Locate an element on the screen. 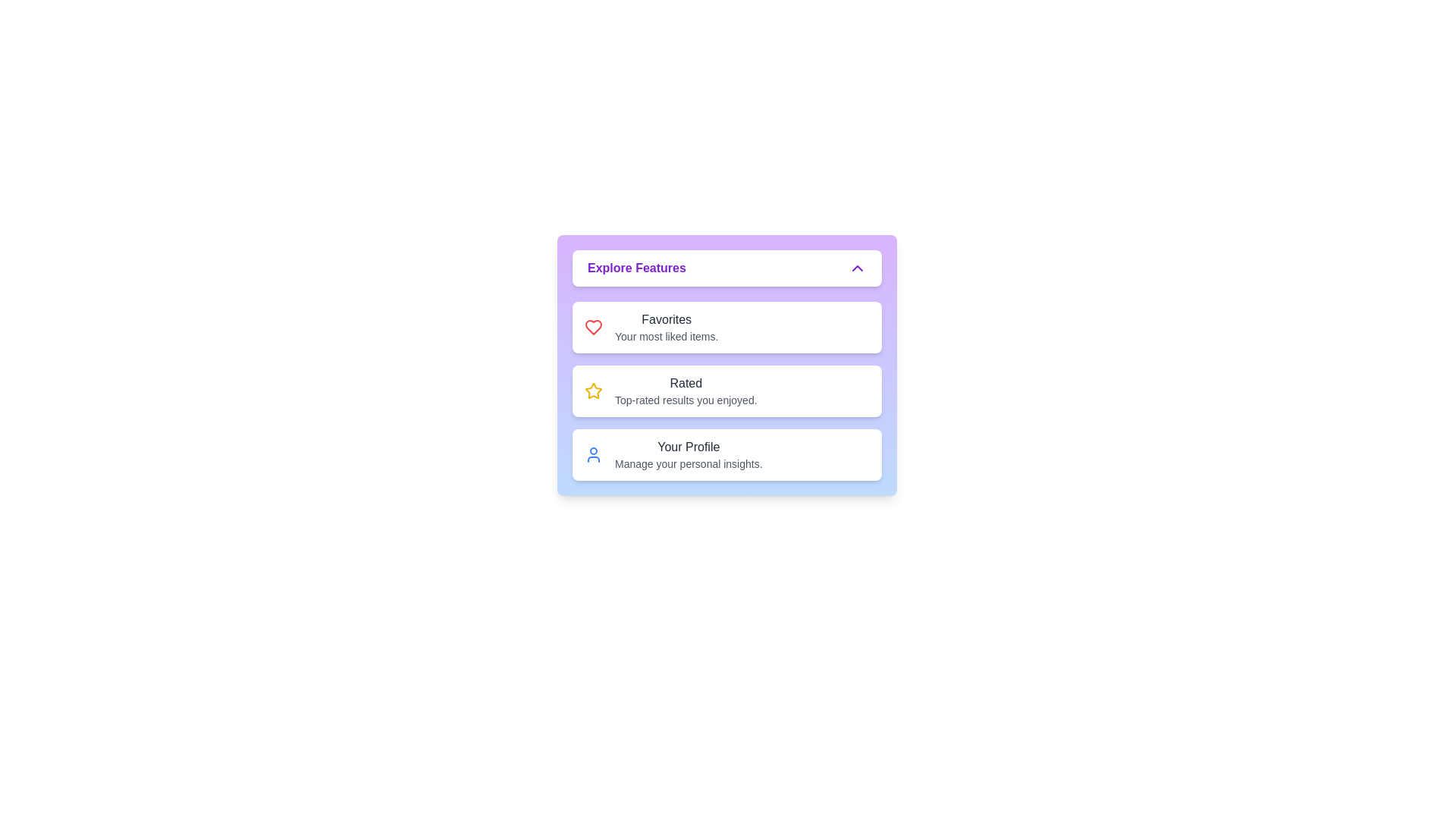 The image size is (1456, 819). the third interactive card in the 'Explore Features' section is located at coordinates (726, 454).